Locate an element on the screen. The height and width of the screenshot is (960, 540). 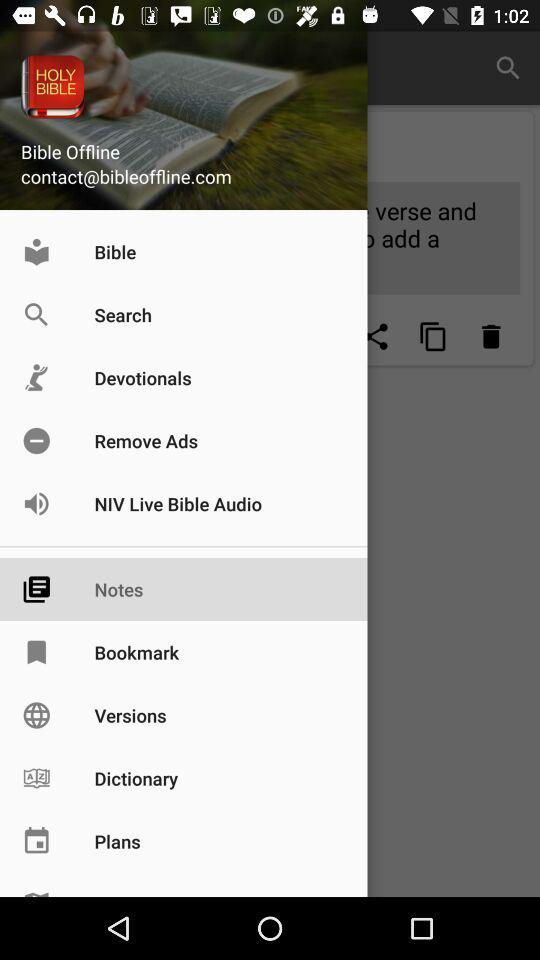
share icon is located at coordinates (376, 336).